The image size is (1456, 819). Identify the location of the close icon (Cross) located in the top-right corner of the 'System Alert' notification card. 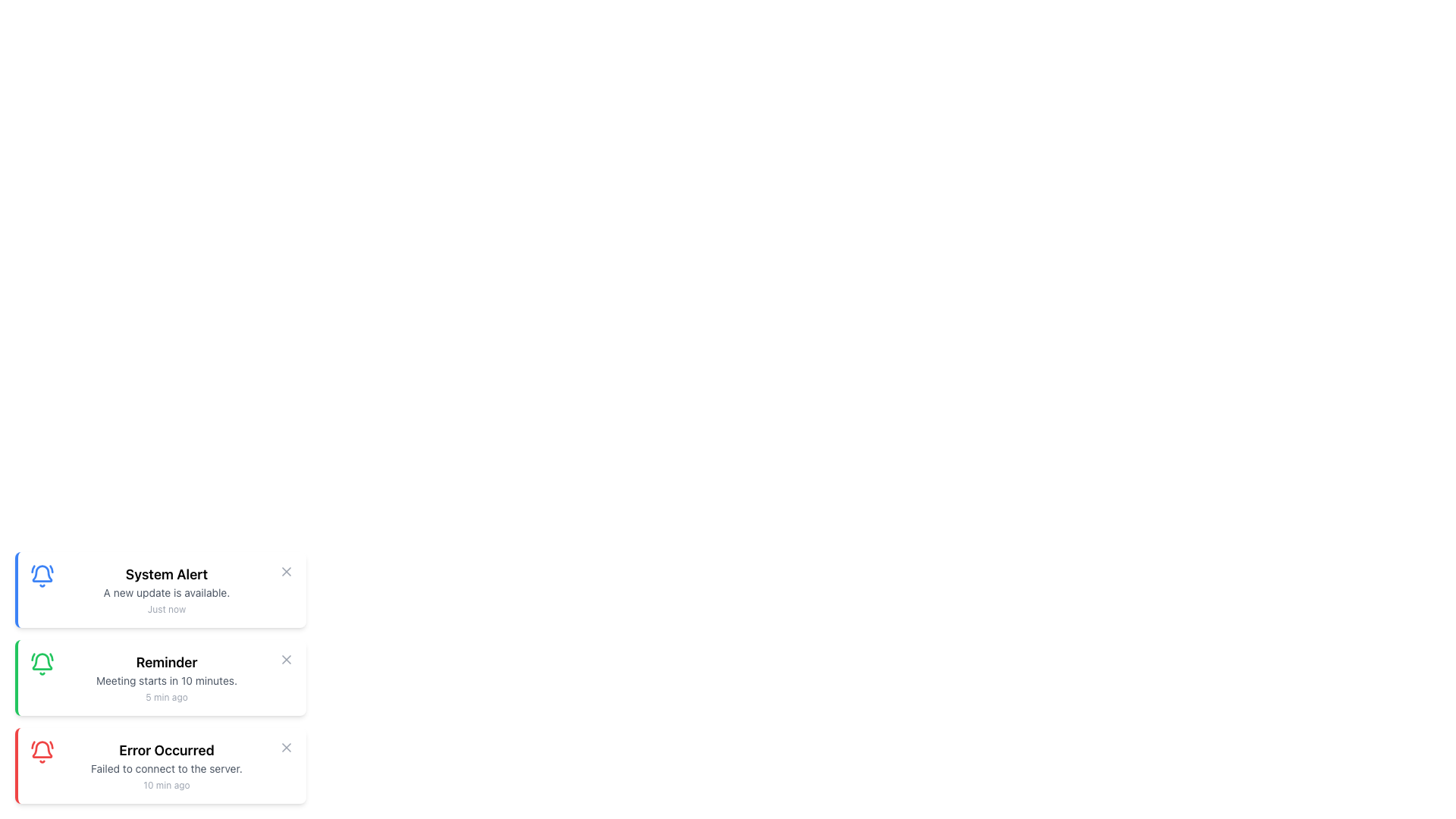
(287, 571).